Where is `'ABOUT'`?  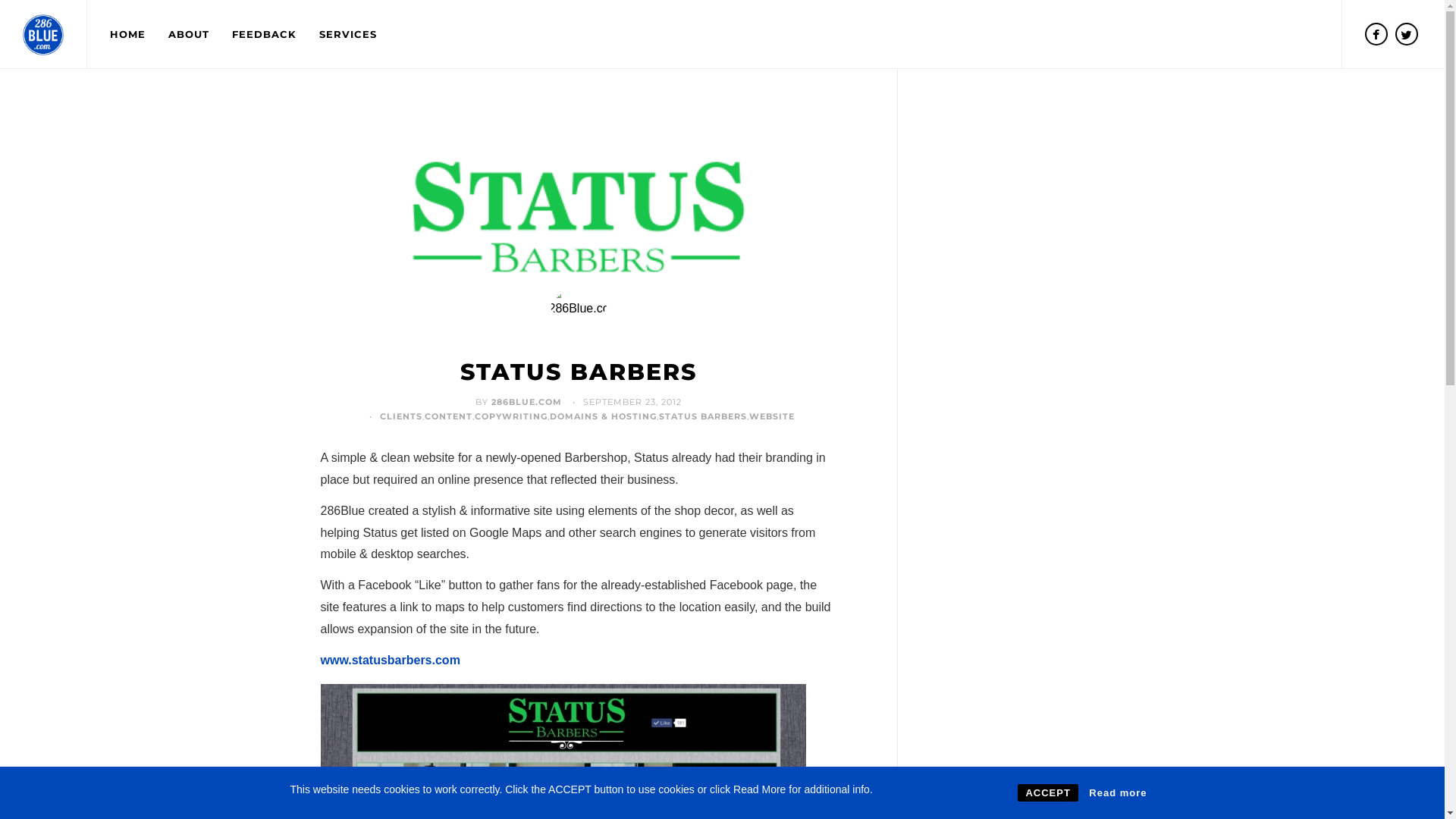 'ABOUT' is located at coordinates (188, 34).